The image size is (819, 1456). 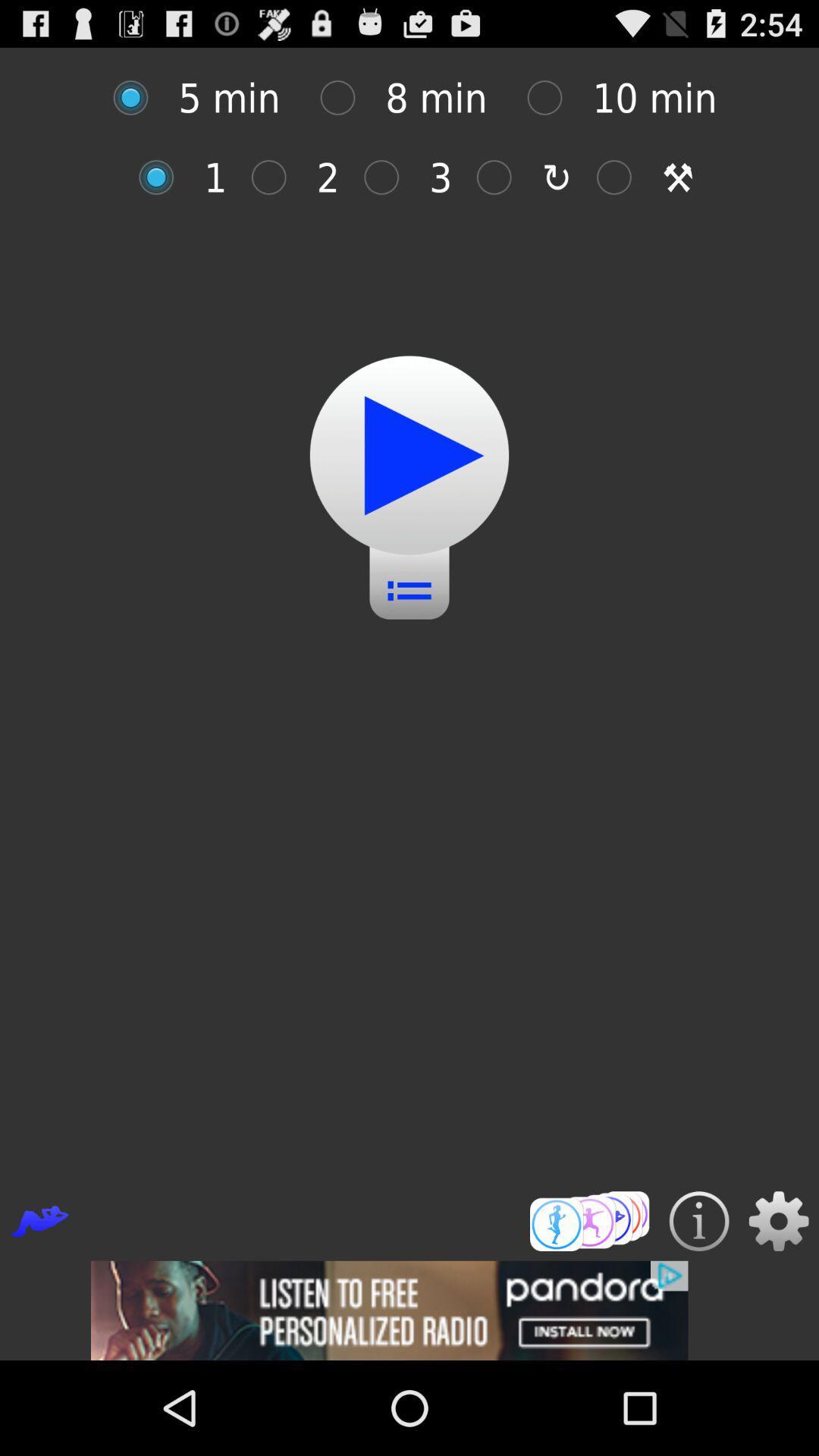 I want to click on setting, so click(x=779, y=1221).